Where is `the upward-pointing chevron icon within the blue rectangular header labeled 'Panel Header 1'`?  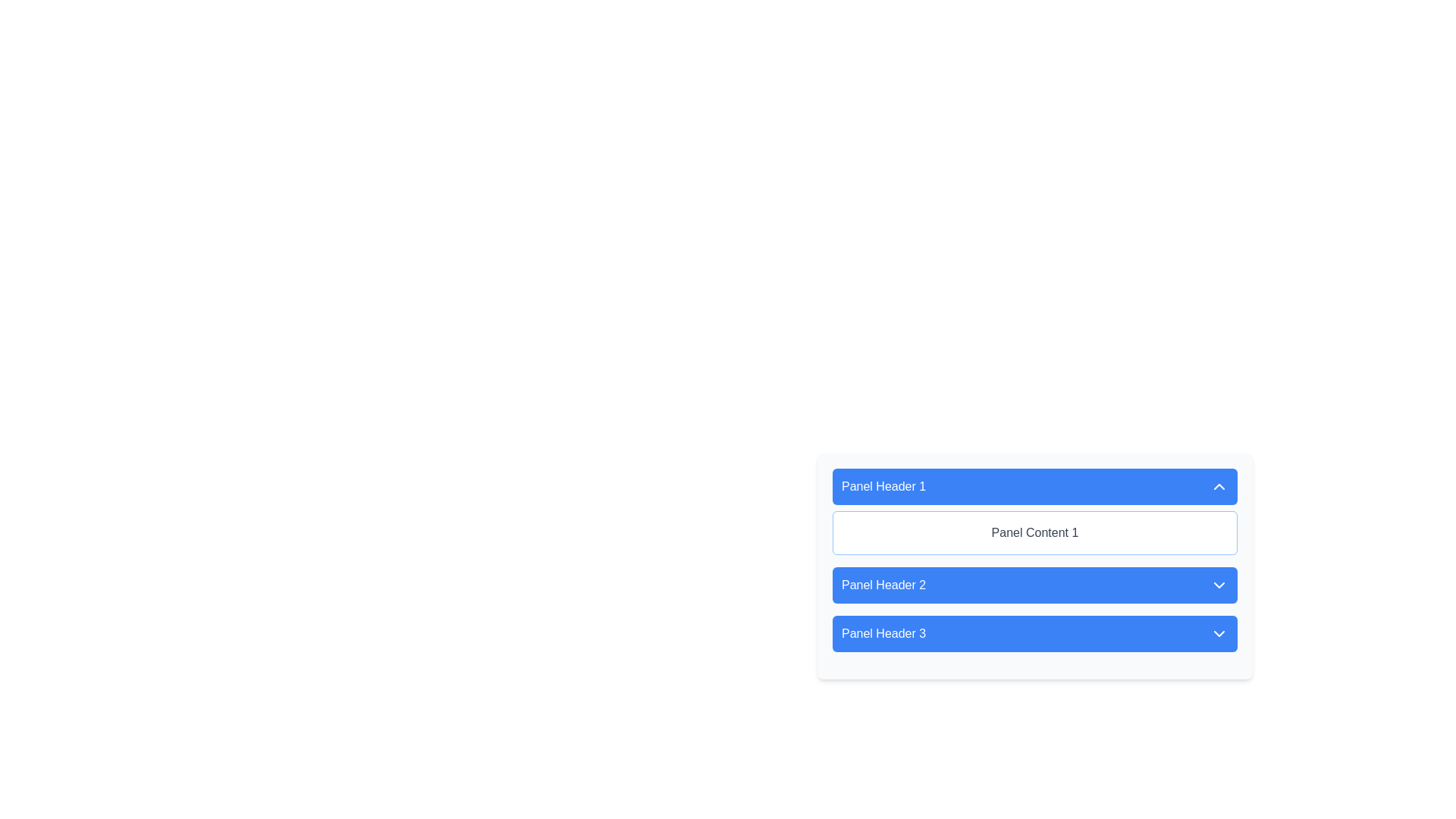
the upward-pointing chevron icon within the blue rectangular header labeled 'Panel Header 1' is located at coordinates (1219, 486).